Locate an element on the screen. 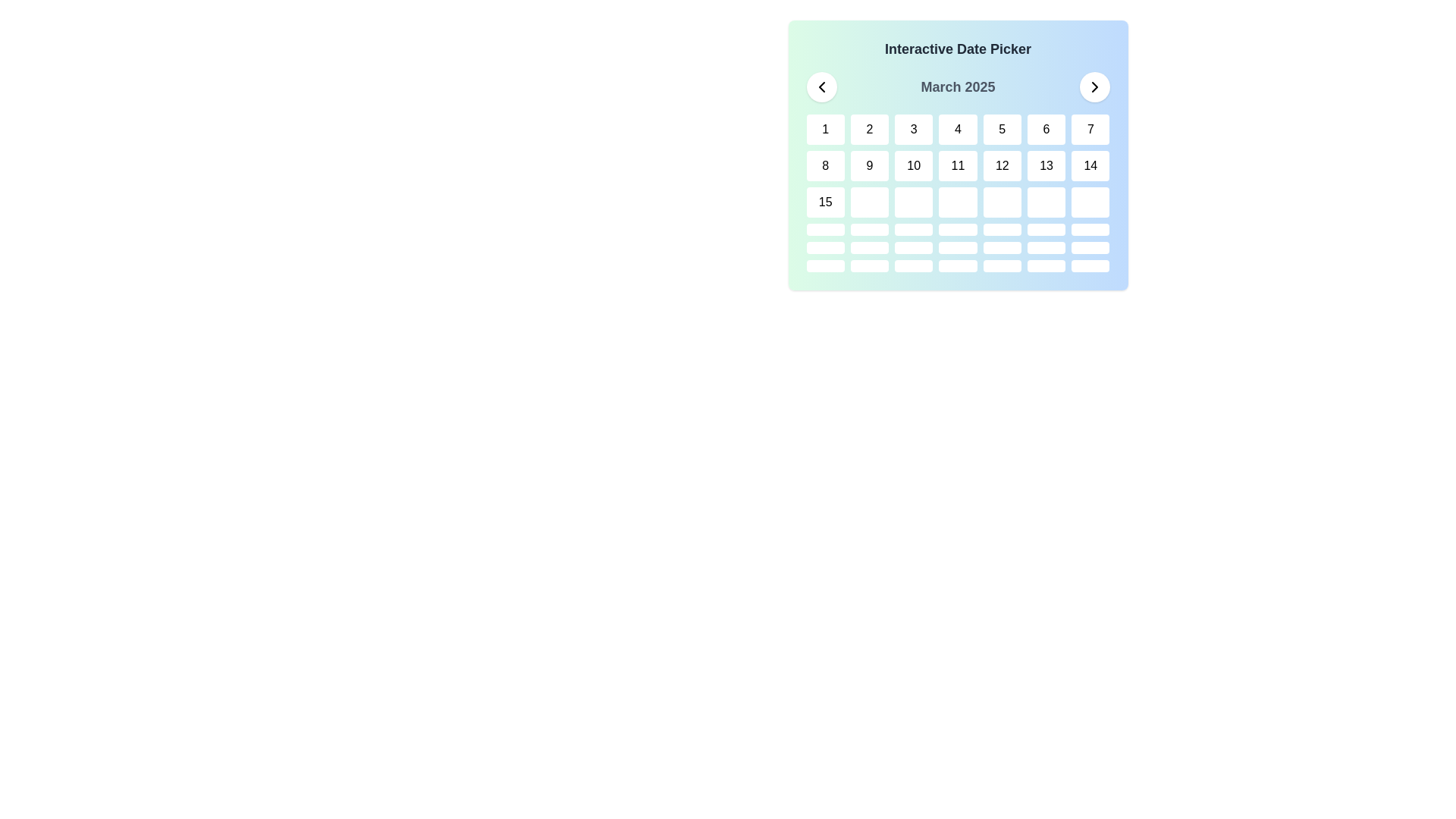 Image resolution: width=1456 pixels, height=819 pixels. the button labeled '7' with a white background and rounded border is located at coordinates (1090, 128).